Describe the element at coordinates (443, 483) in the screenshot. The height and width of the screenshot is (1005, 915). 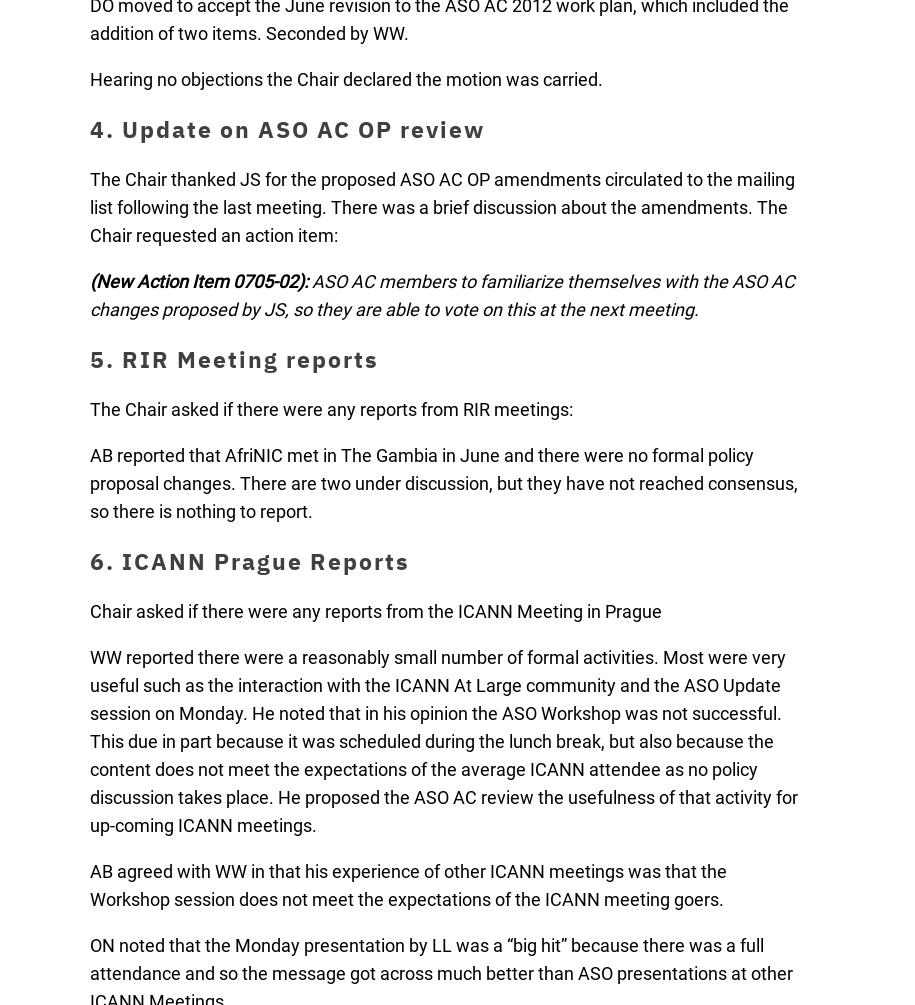
I see `'AB reported that AfriNIC met in The Gambia in June and there were no formal policy proposal changes. There are two under discussion, but they have not reached consensus, so there is nothing to report.'` at that location.